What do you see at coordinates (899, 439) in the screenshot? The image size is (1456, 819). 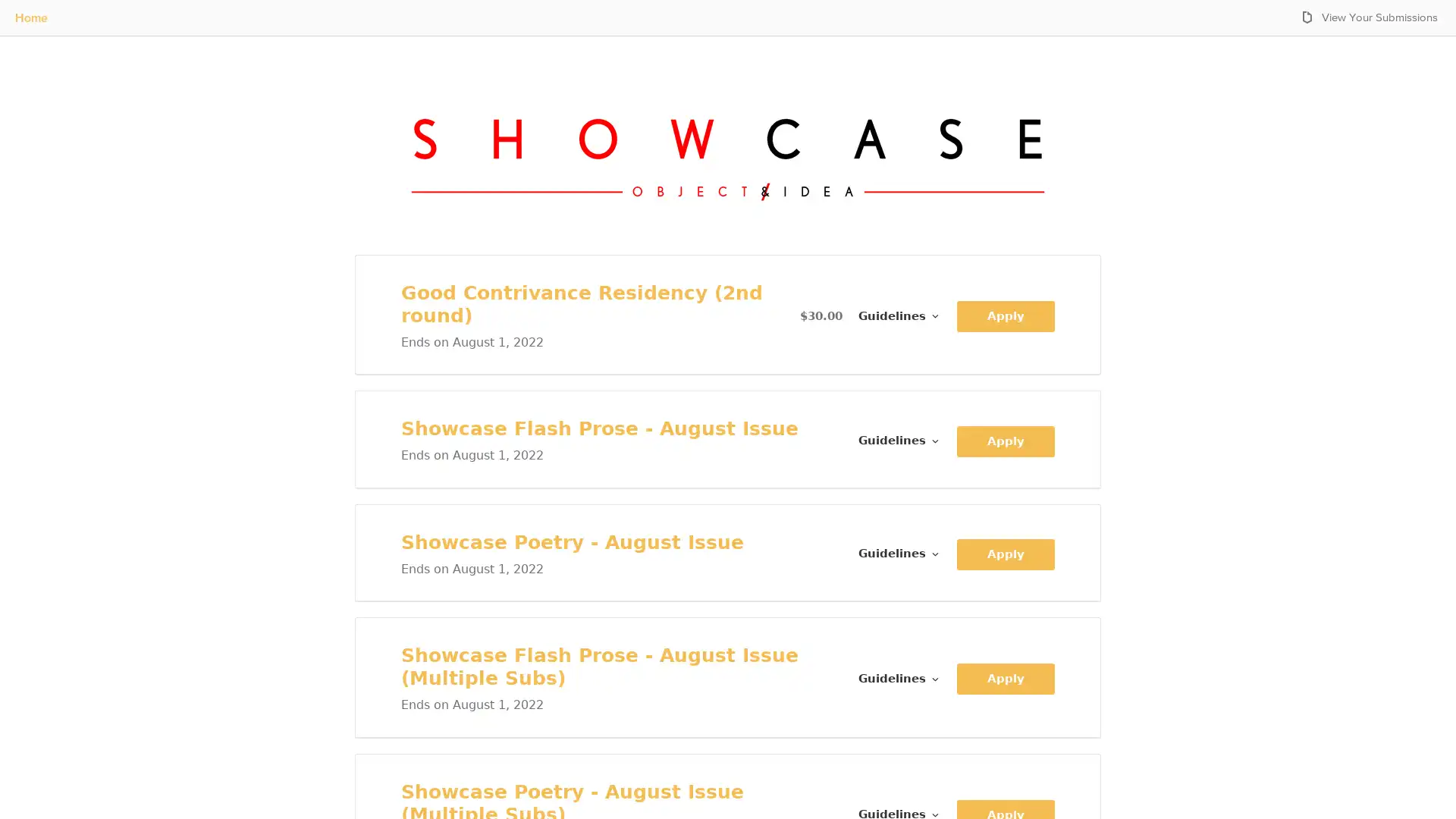 I see `Guidelines for Showcase Flash Prose - August Issue` at bounding box center [899, 439].